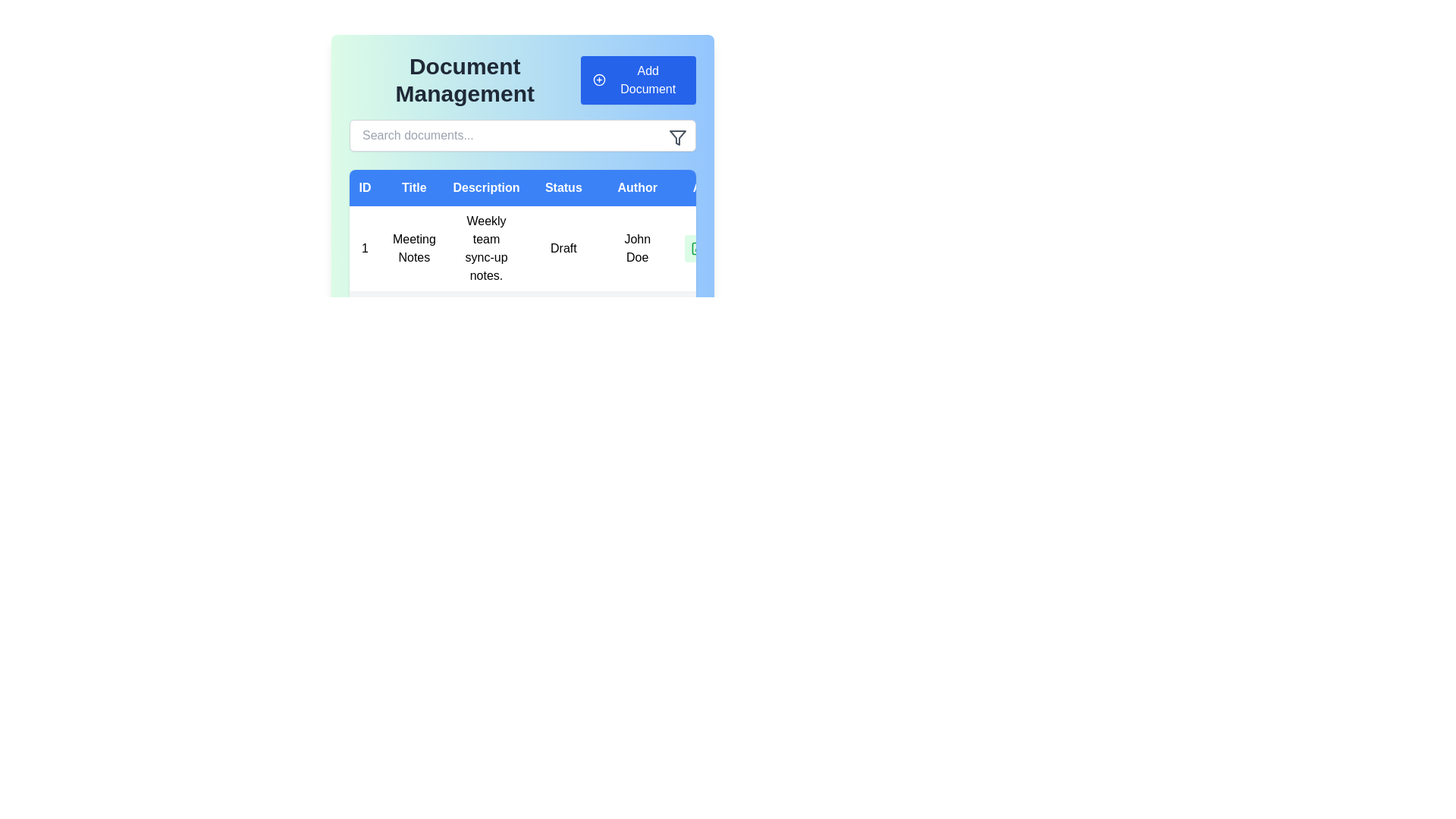 The width and height of the screenshot is (1456, 819). What do you see at coordinates (598, 80) in the screenshot?
I see `the plus icon inside the 'Add Document' button located in the upper-right corner of the interface` at bounding box center [598, 80].